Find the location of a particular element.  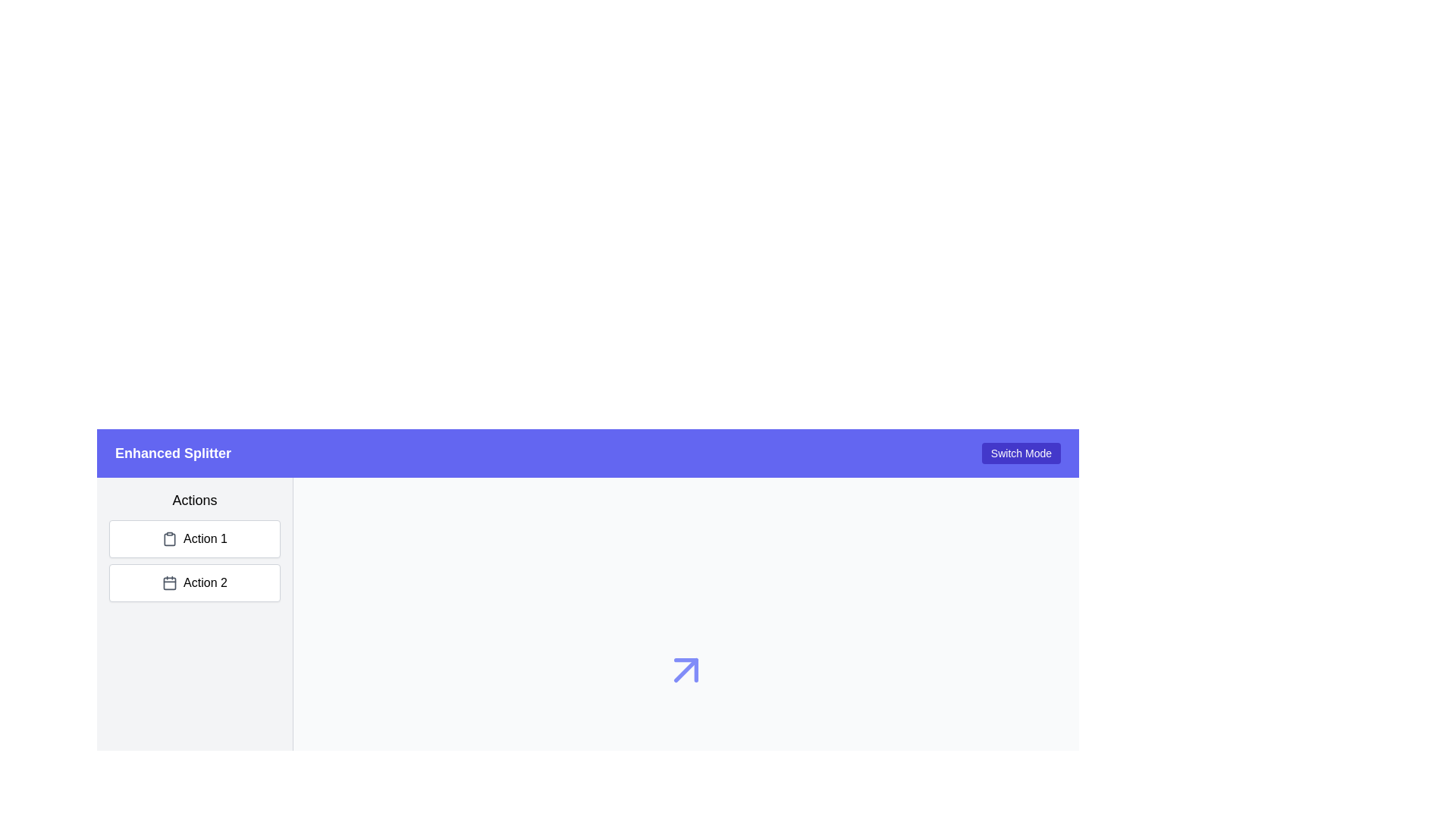

the square SVG shape that is part of the calendar icon, specifically the main body of the calendar located inside the second button labeled 'Action 2' in the 'Actions' column is located at coordinates (170, 582).